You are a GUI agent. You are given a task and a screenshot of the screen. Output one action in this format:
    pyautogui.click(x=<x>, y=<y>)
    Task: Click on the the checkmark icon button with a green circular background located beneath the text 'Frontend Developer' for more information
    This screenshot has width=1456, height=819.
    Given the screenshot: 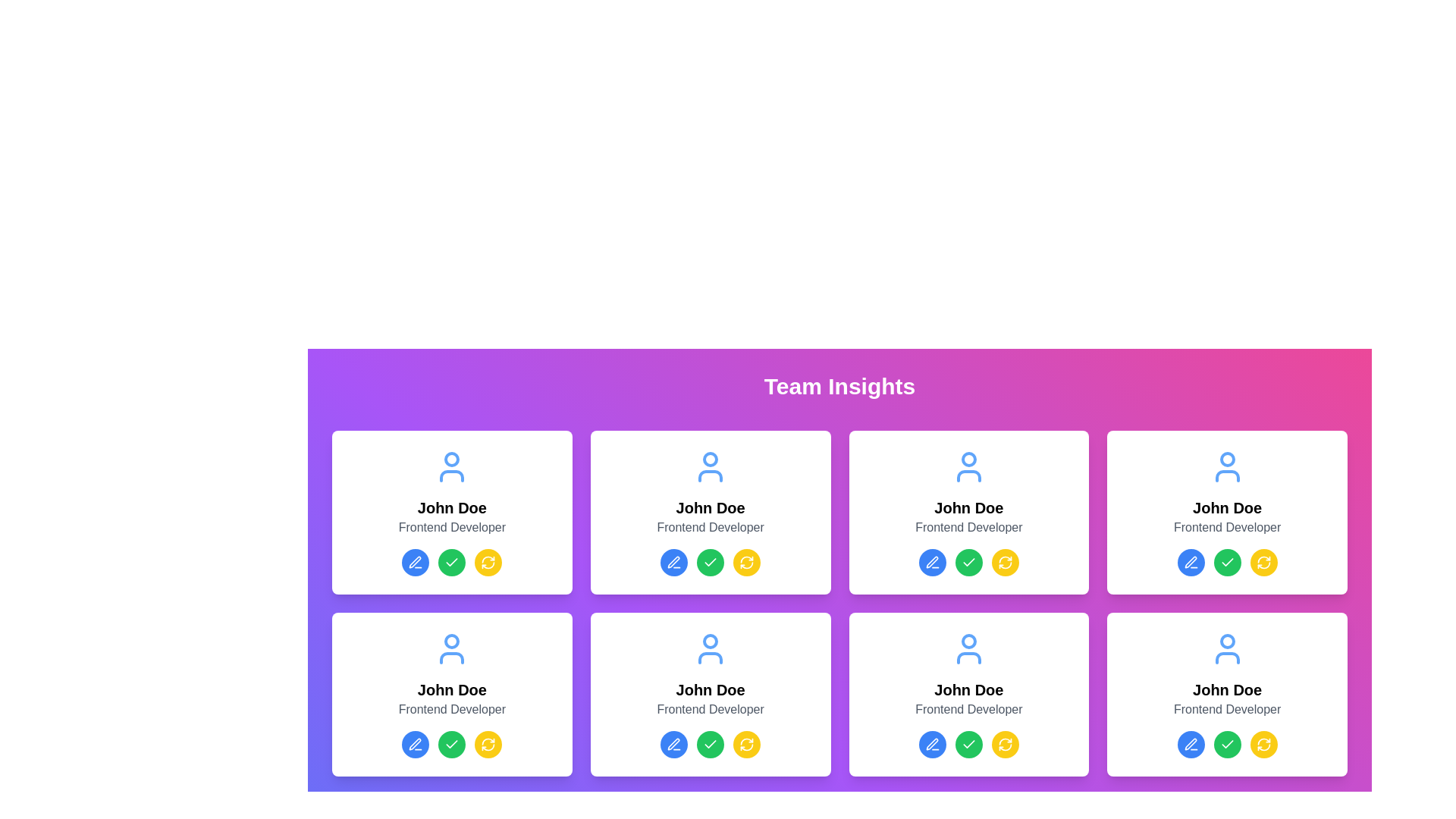 What is the action you would take?
    pyautogui.click(x=1227, y=744)
    